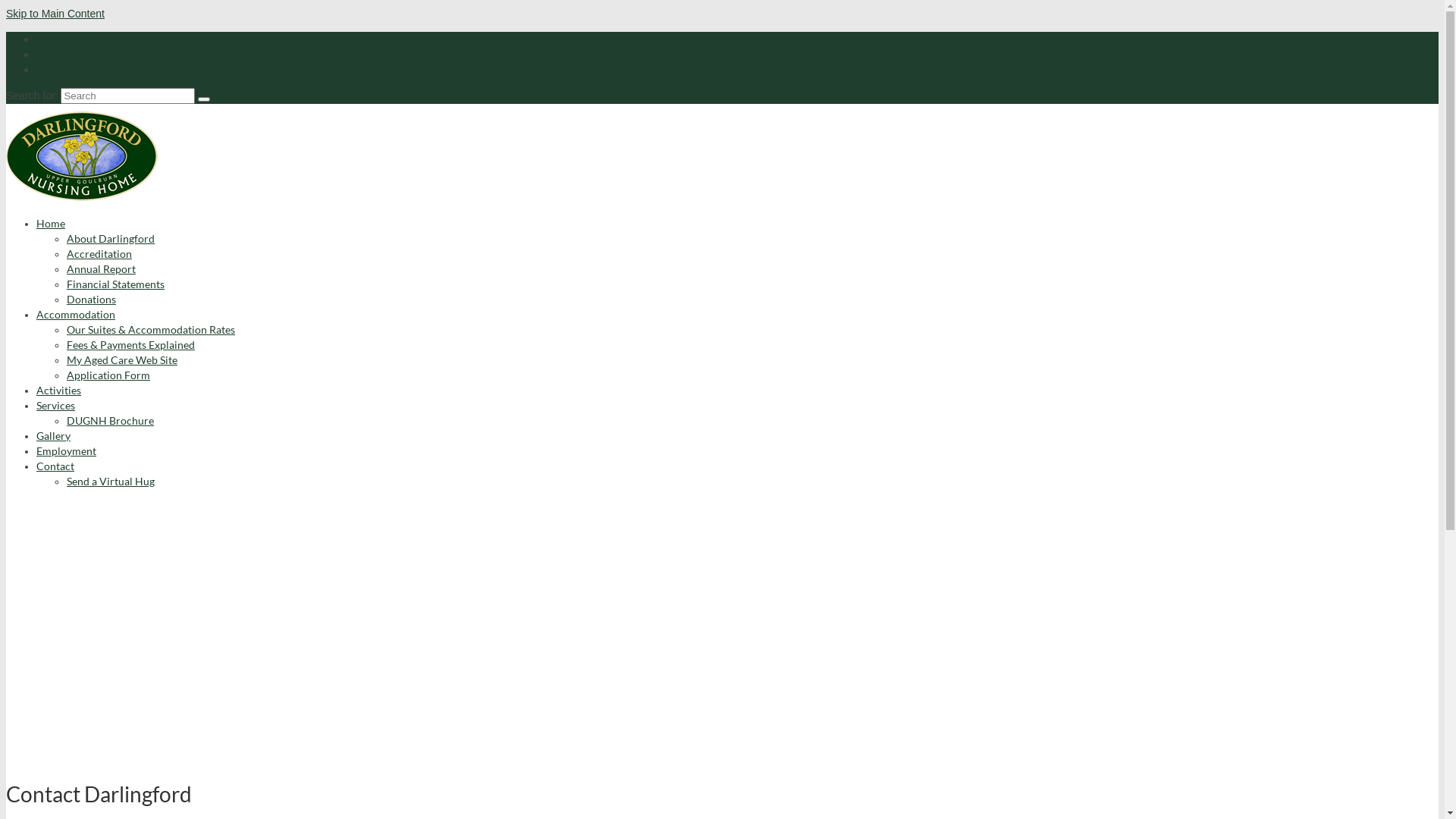 The height and width of the screenshot is (819, 1456). What do you see at coordinates (36, 435) in the screenshot?
I see `'Gallery'` at bounding box center [36, 435].